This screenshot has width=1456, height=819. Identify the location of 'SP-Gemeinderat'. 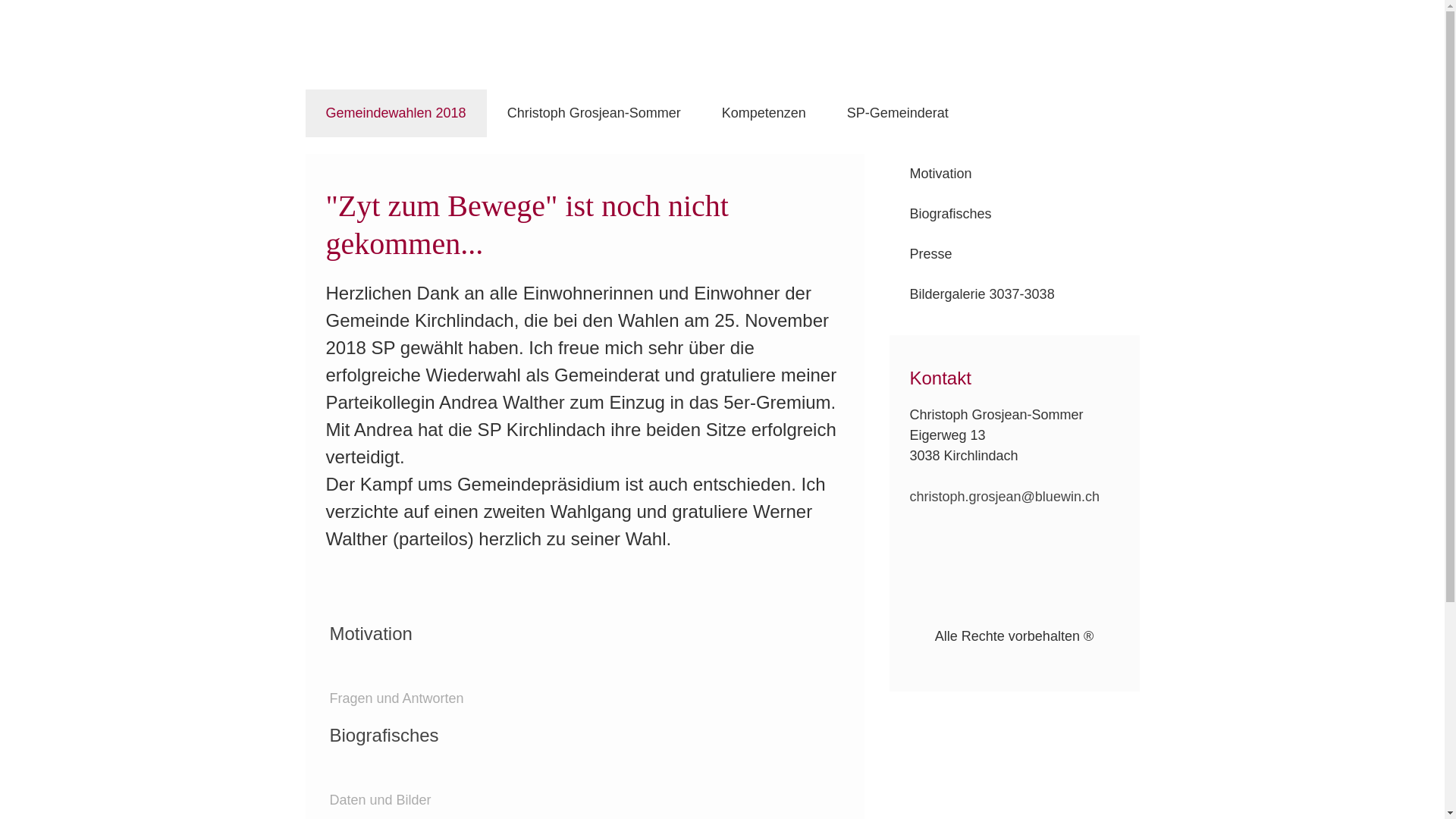
(898, 112).